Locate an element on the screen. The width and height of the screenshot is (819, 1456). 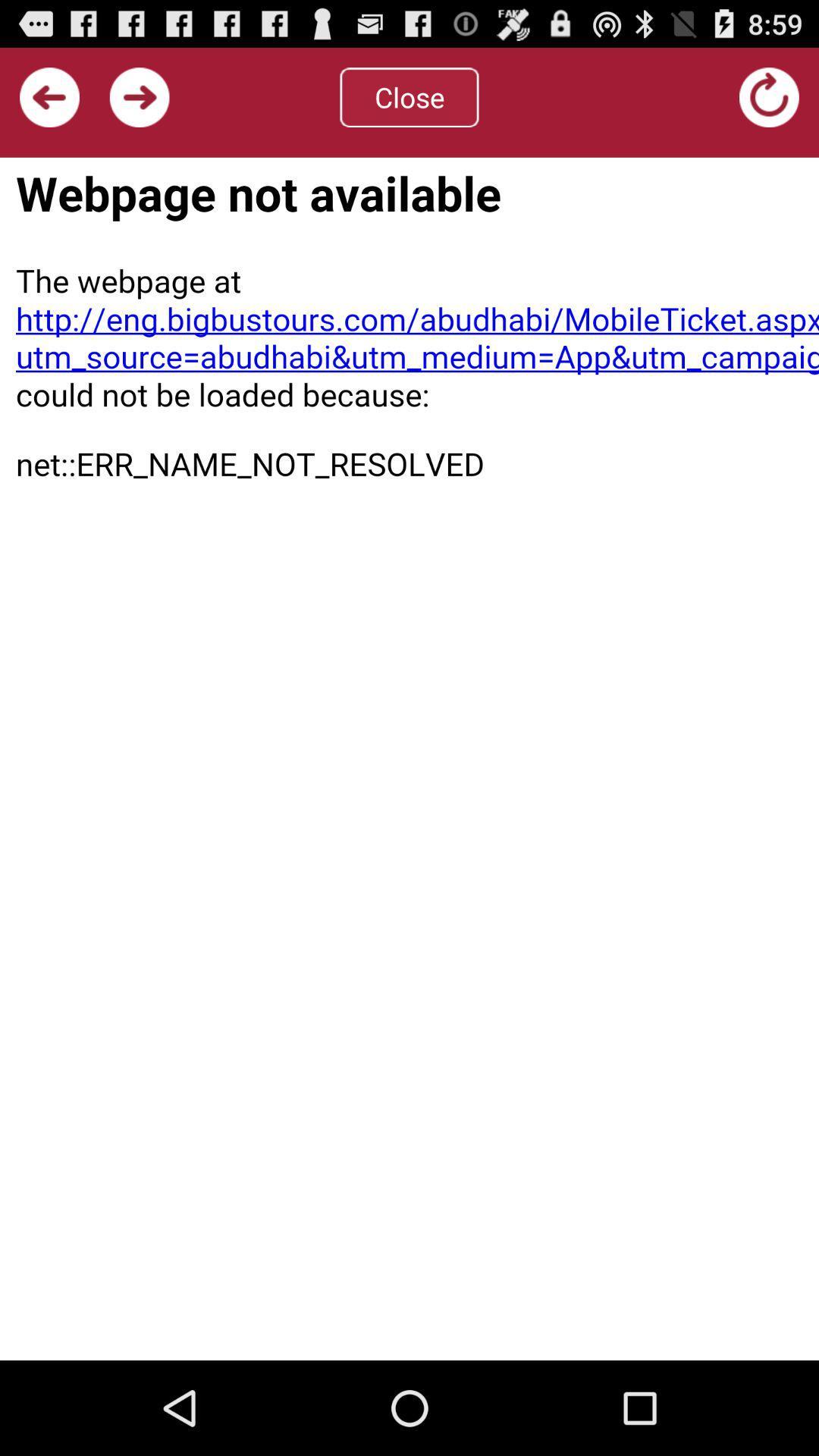
return to previous page is located at coordinates (49, 96).